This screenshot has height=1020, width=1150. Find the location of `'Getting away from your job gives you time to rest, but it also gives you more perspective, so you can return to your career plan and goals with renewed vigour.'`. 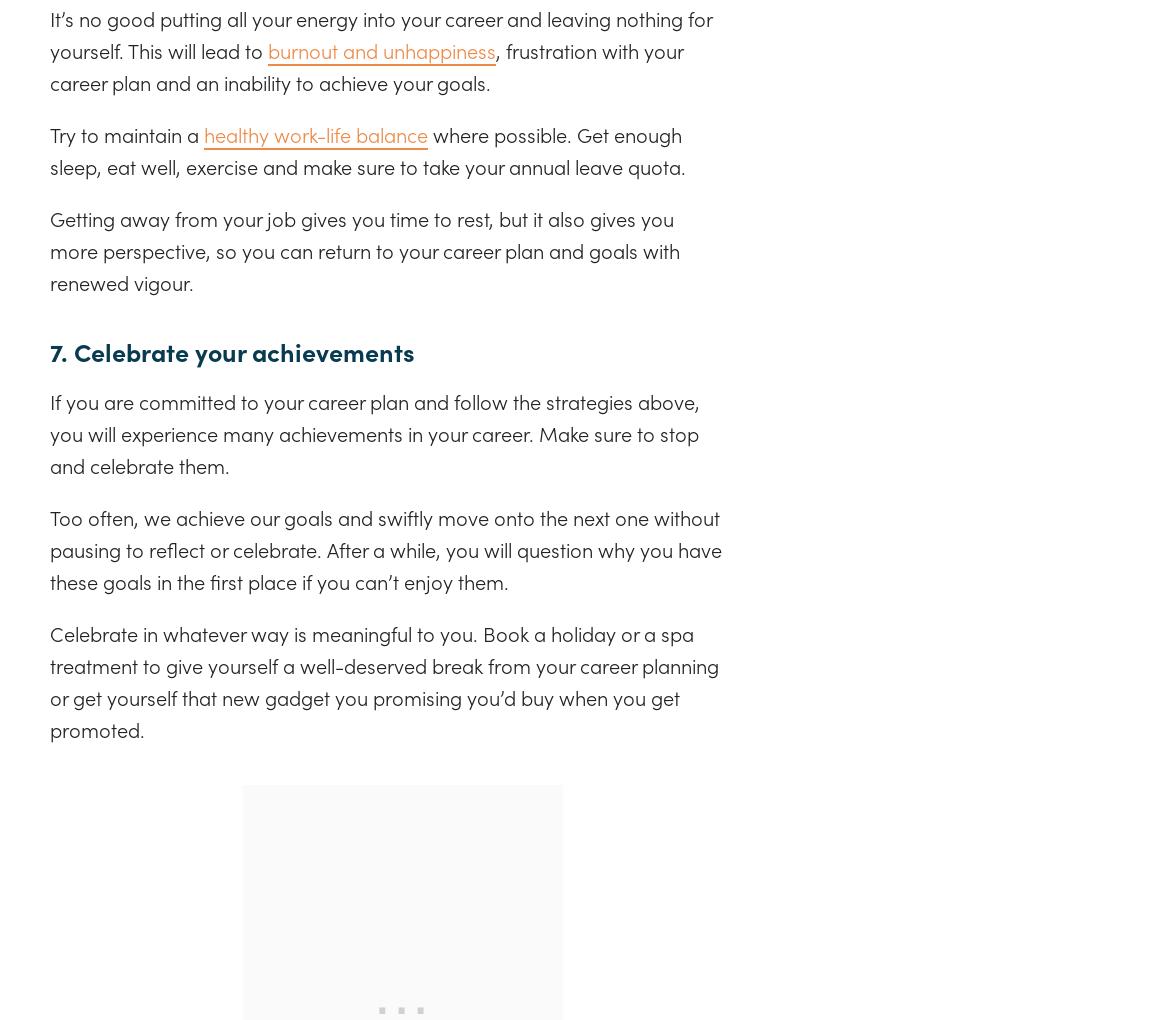

'Getting away from your job gives you time to rest, but it also gives you more perspective, so you can return to your career plan and goals with renewed vigour.' is located at coordinates (365, 248).